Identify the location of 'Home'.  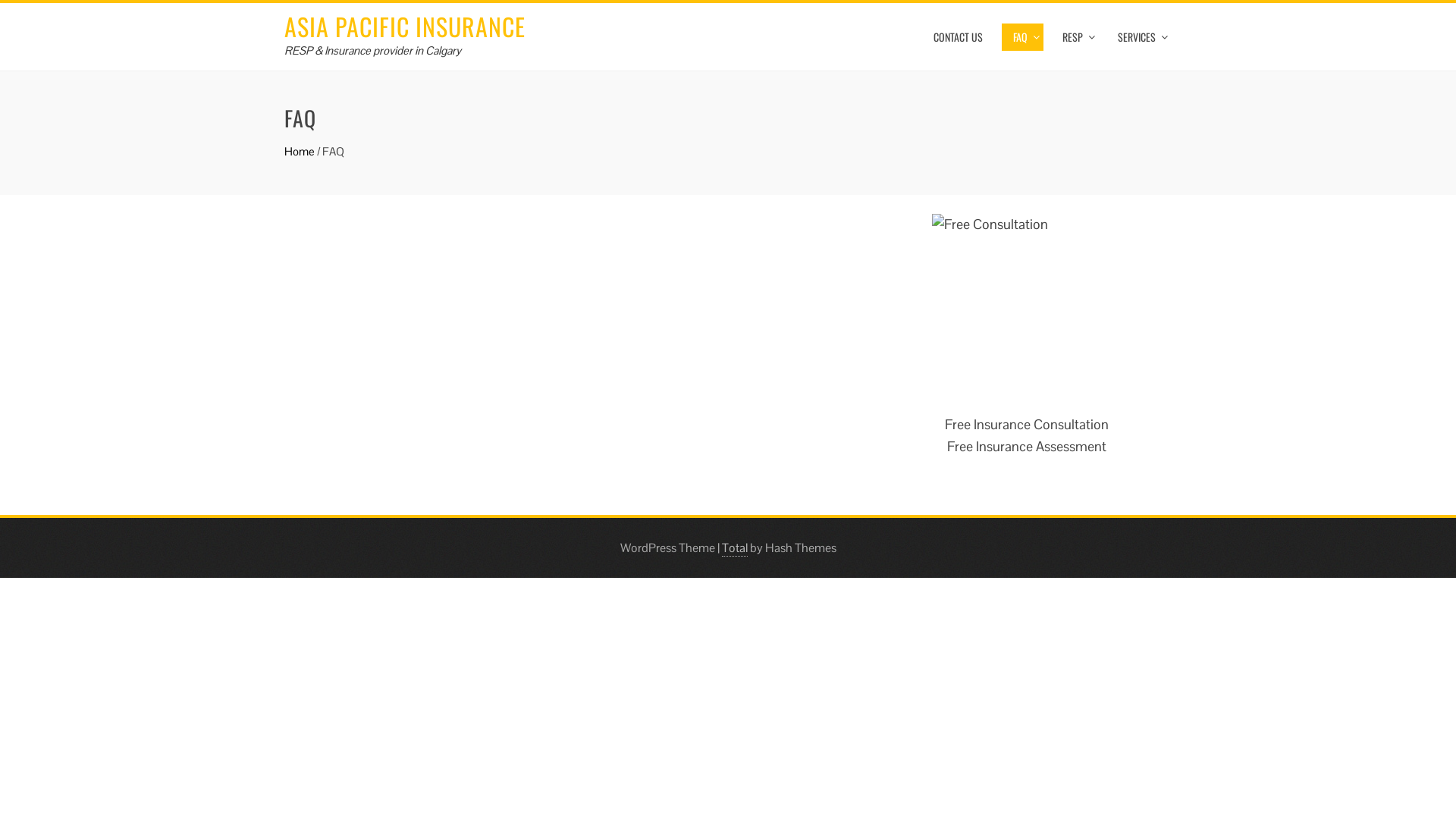
(299, 151).